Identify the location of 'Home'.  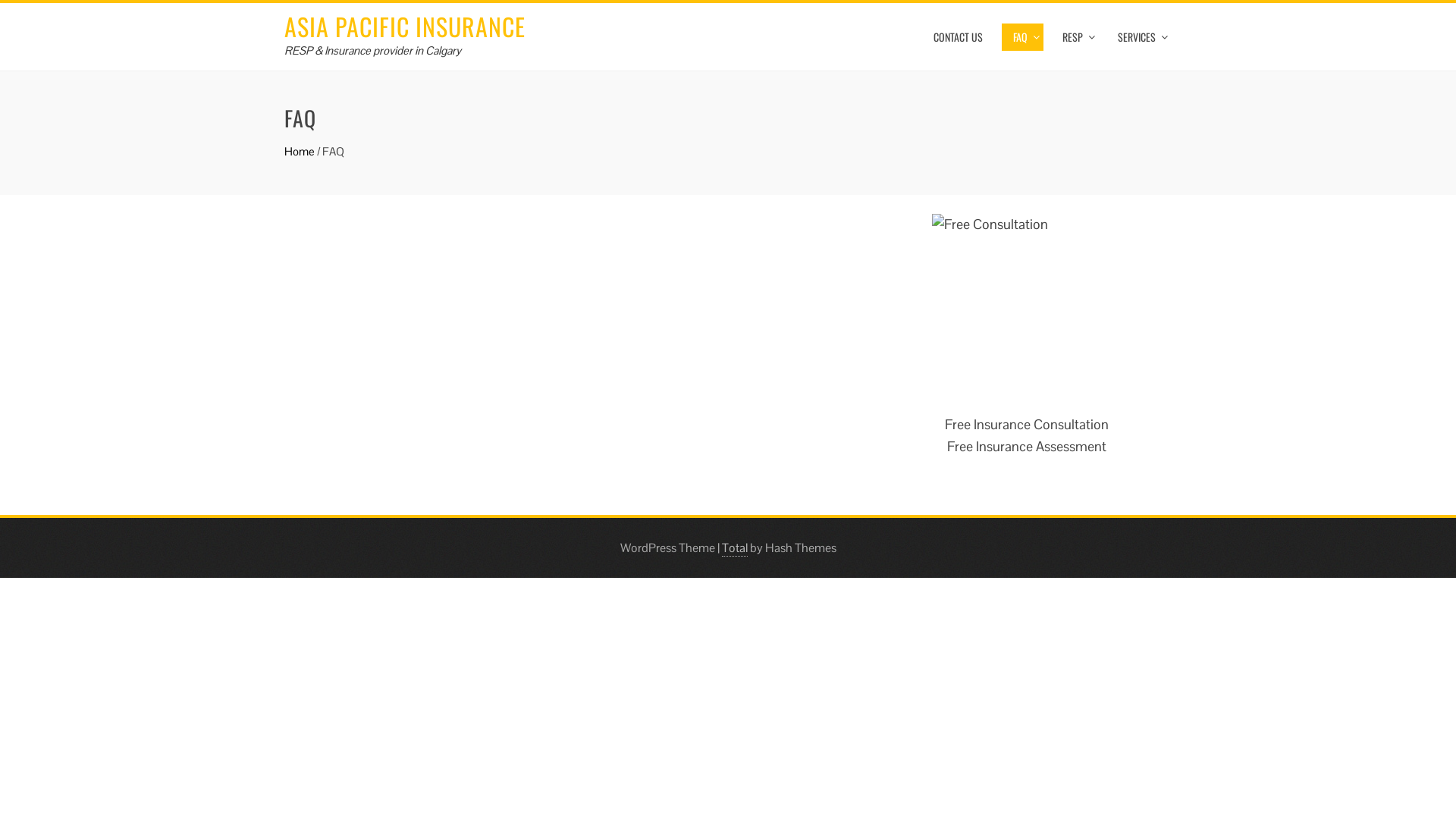
(299, 151).